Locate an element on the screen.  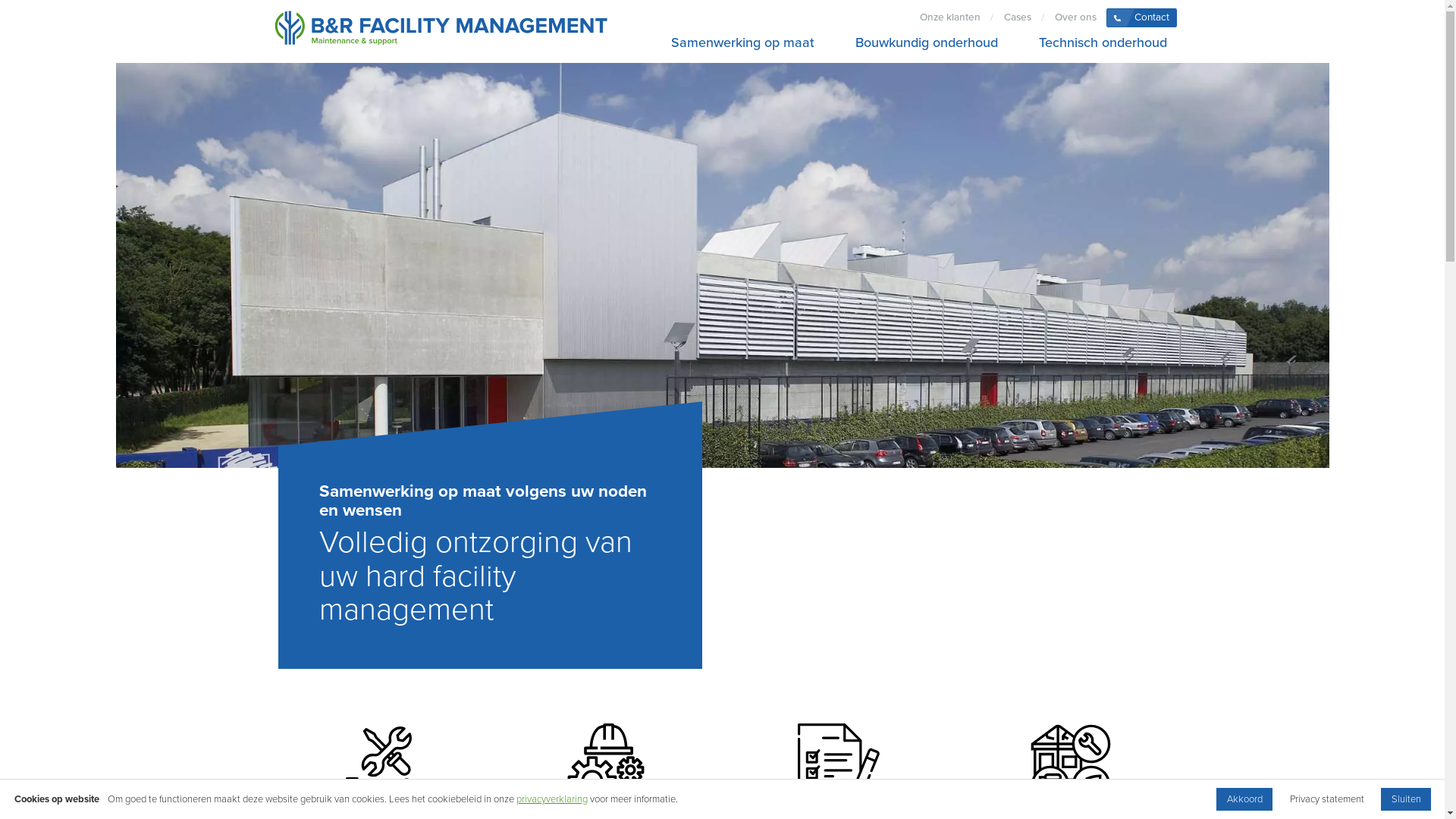
'Onze klanten' is located at coordinates (949, 17).